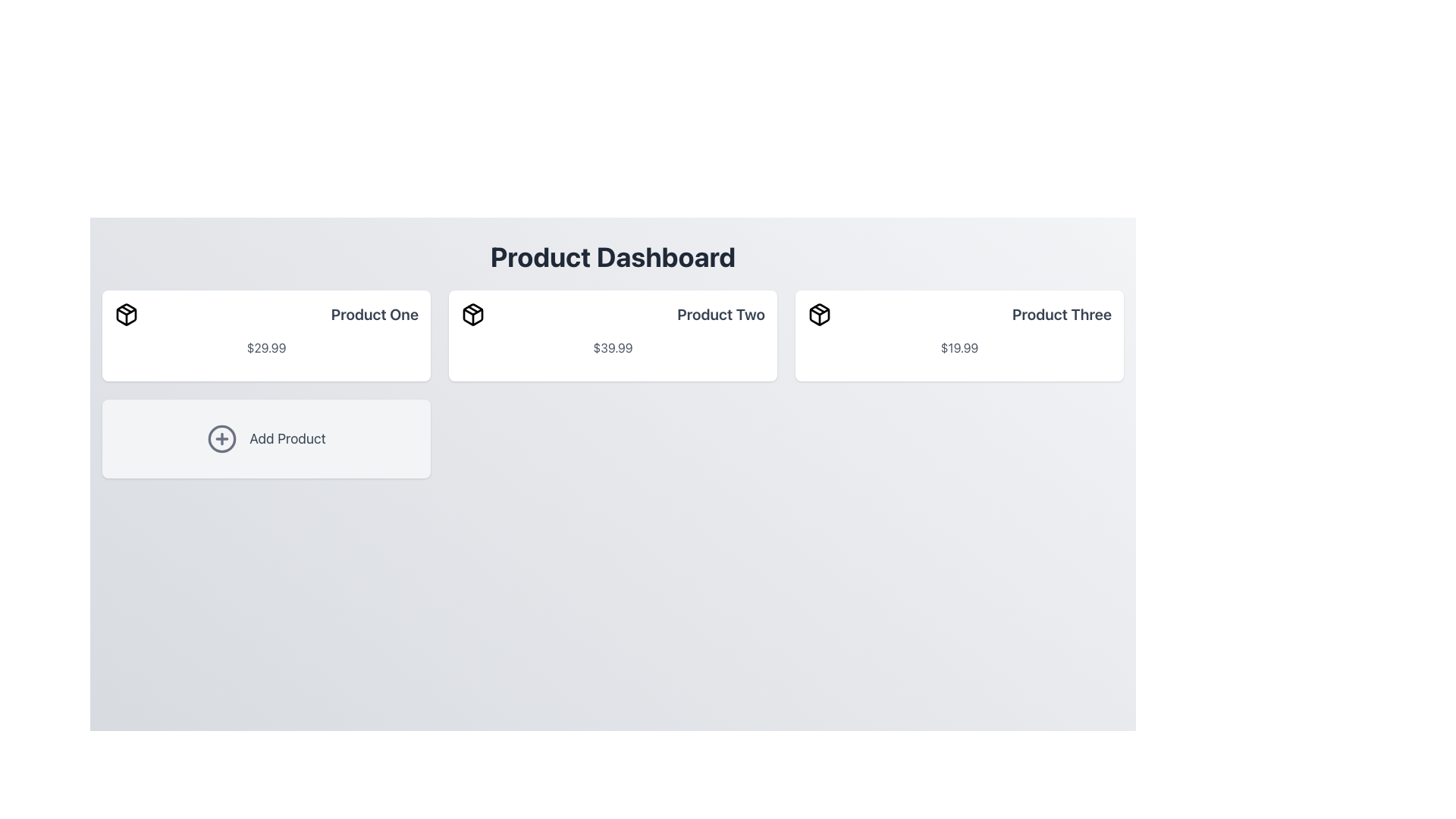 The image size is (1456, 819). What do you see at coordinates (127, 314) in the screenshot?
I see `the decorative graphical icon located at the beginning of the 'Product One' card in the Product Dashboard layout` at bounding box center [127, 314].